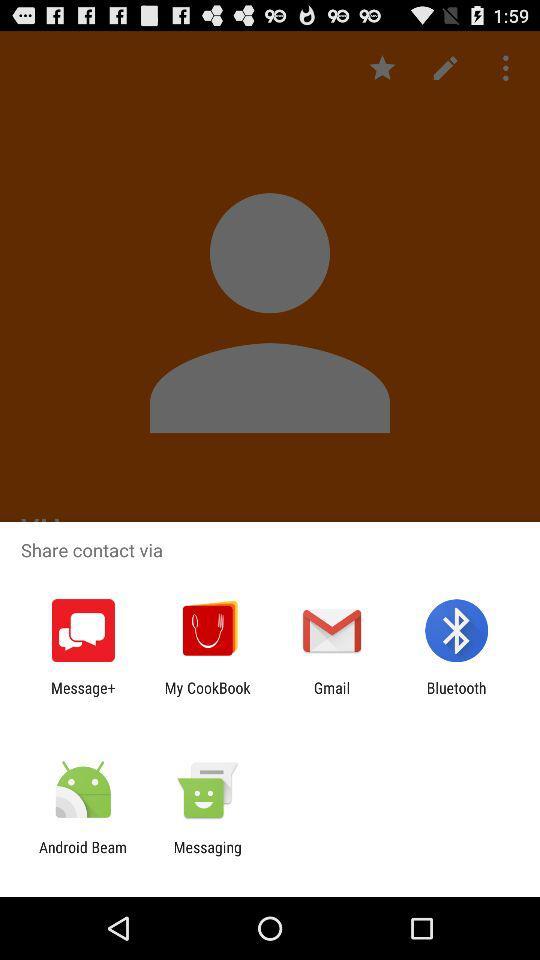 The image size is (540, 960). What do you see at coordinates (206, 696) in the screenshot?
I see `the icon next to gmail icon` at bounding box center [206, 696].